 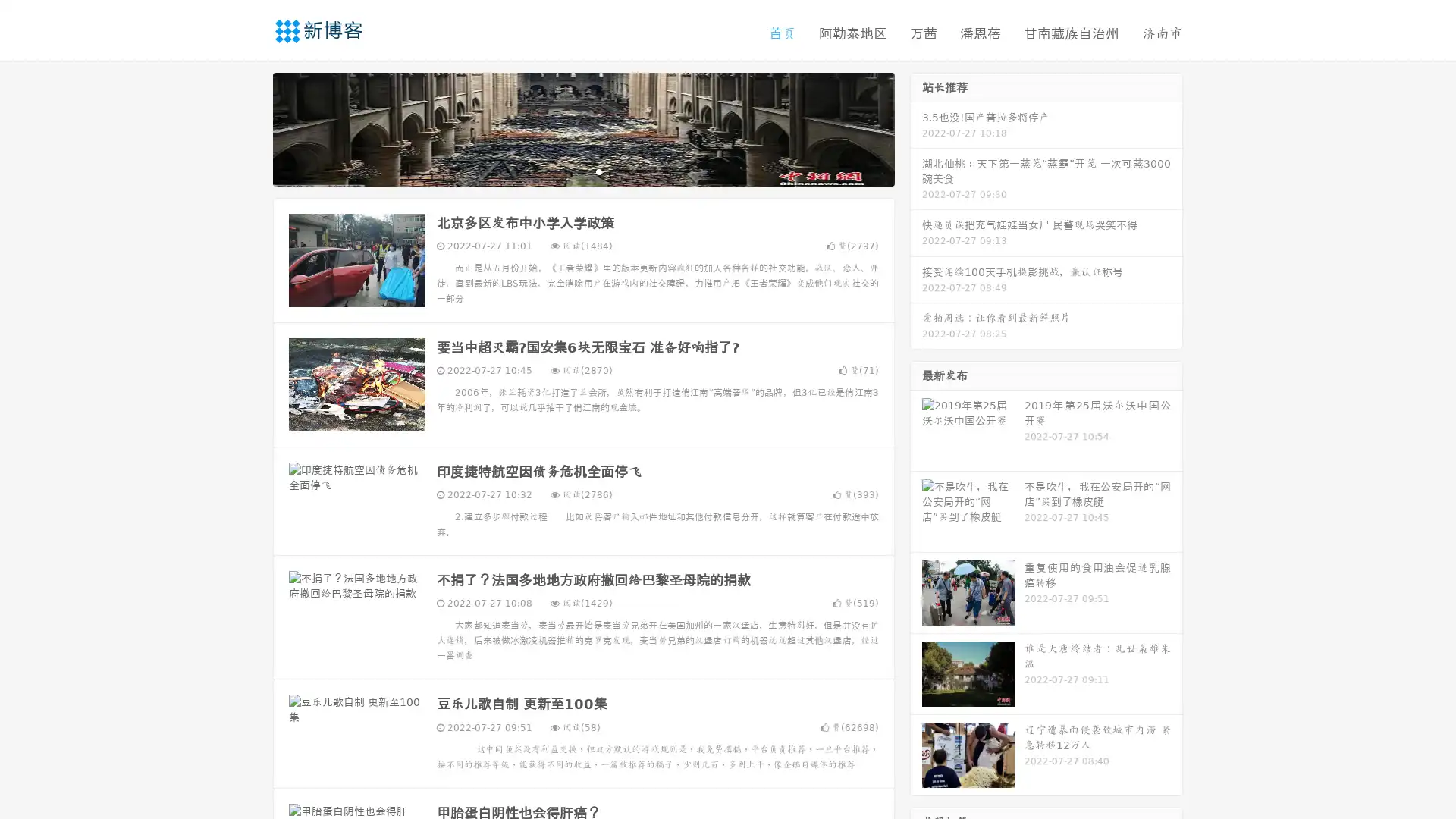 What do you see at coordinates (598, 171) in the screenshot?
I see `Go to slide 3` at bounding box center [598, 171].